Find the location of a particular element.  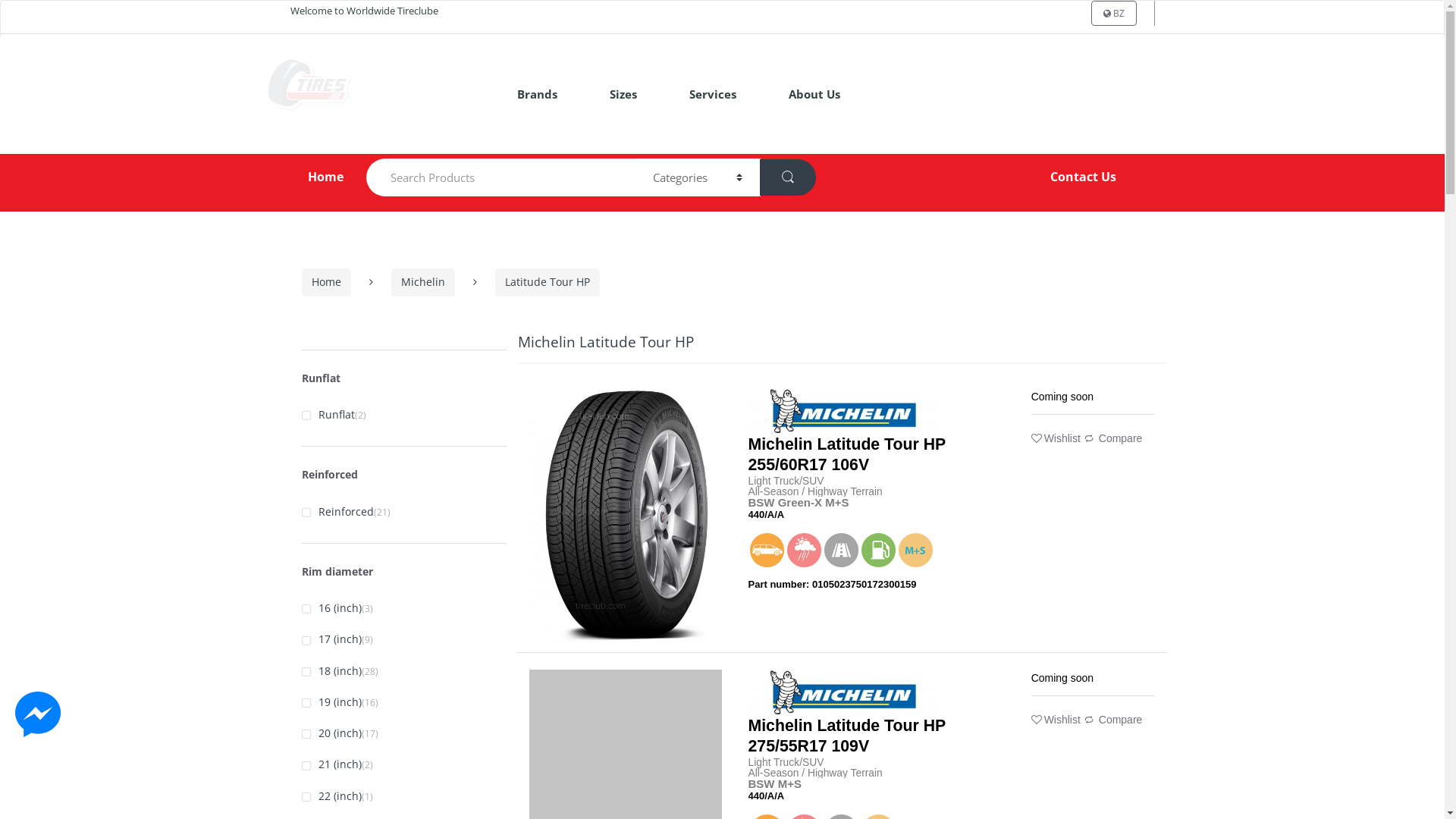

'About Us' is located at coordinates (777, 93).